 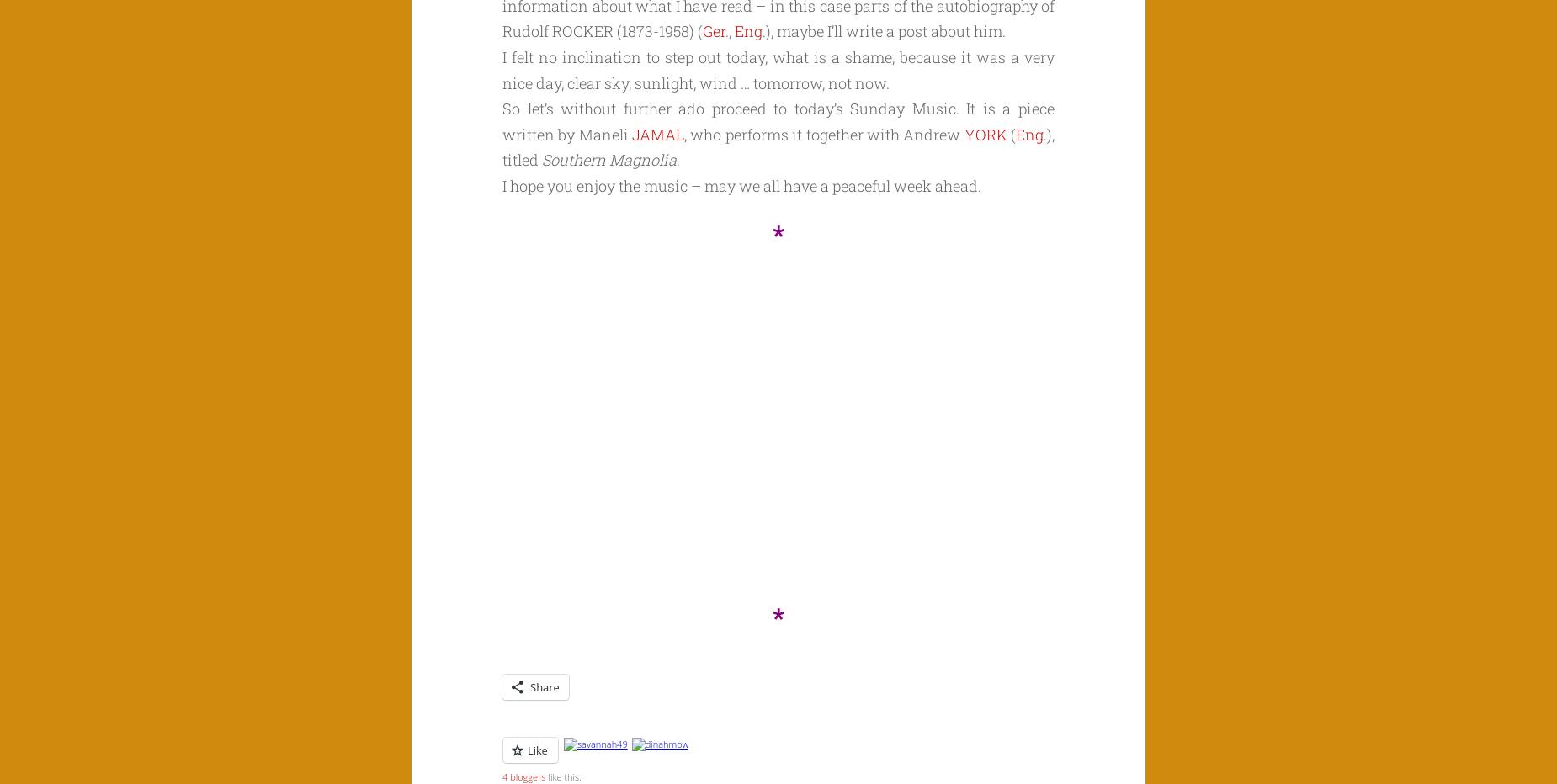 I want to click on 'Southern Magnolia', so click(x=609, y=160).